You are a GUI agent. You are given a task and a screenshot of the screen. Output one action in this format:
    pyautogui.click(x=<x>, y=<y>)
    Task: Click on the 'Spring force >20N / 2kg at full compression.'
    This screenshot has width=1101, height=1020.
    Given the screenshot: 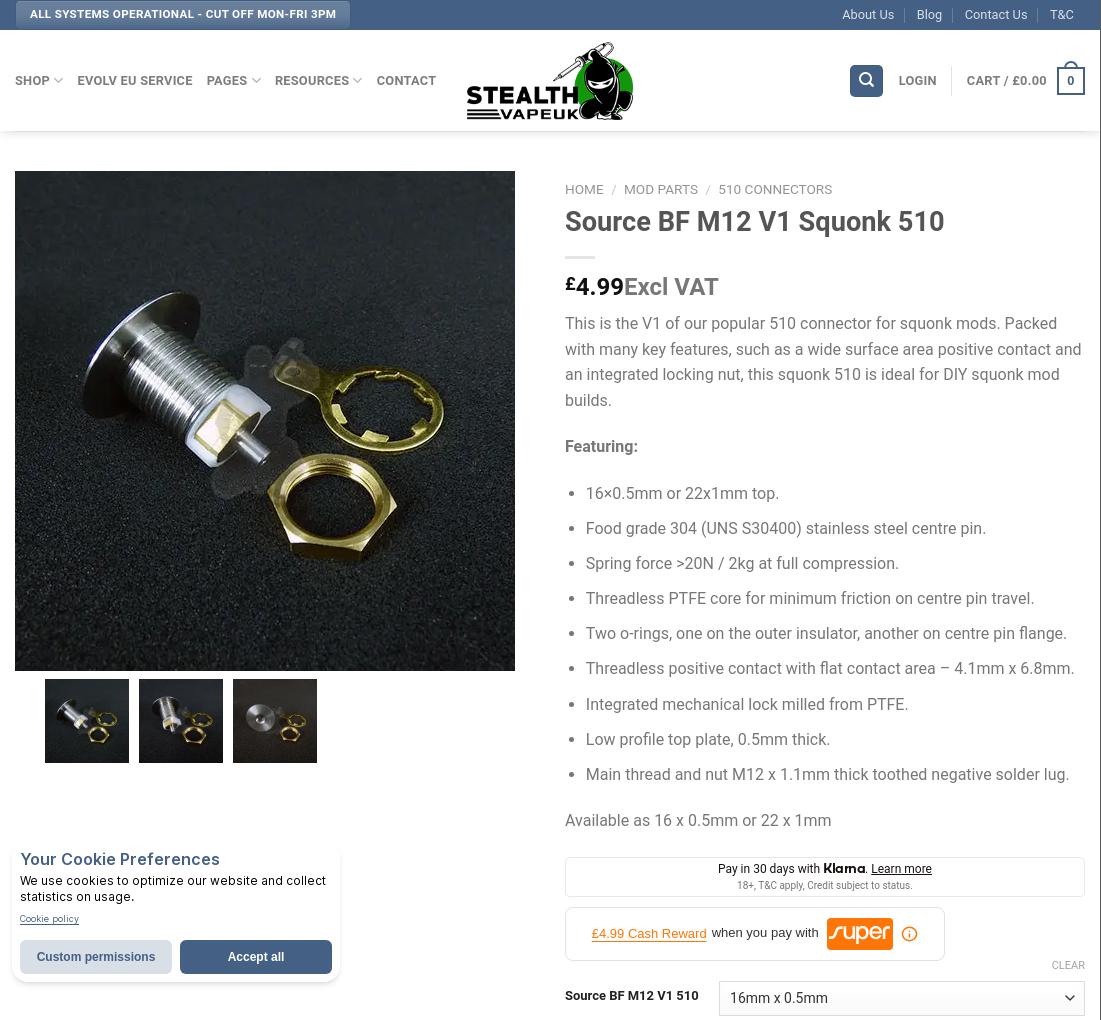 What is the action you would take?
    pyautogui.click(x=740, y=562)
    